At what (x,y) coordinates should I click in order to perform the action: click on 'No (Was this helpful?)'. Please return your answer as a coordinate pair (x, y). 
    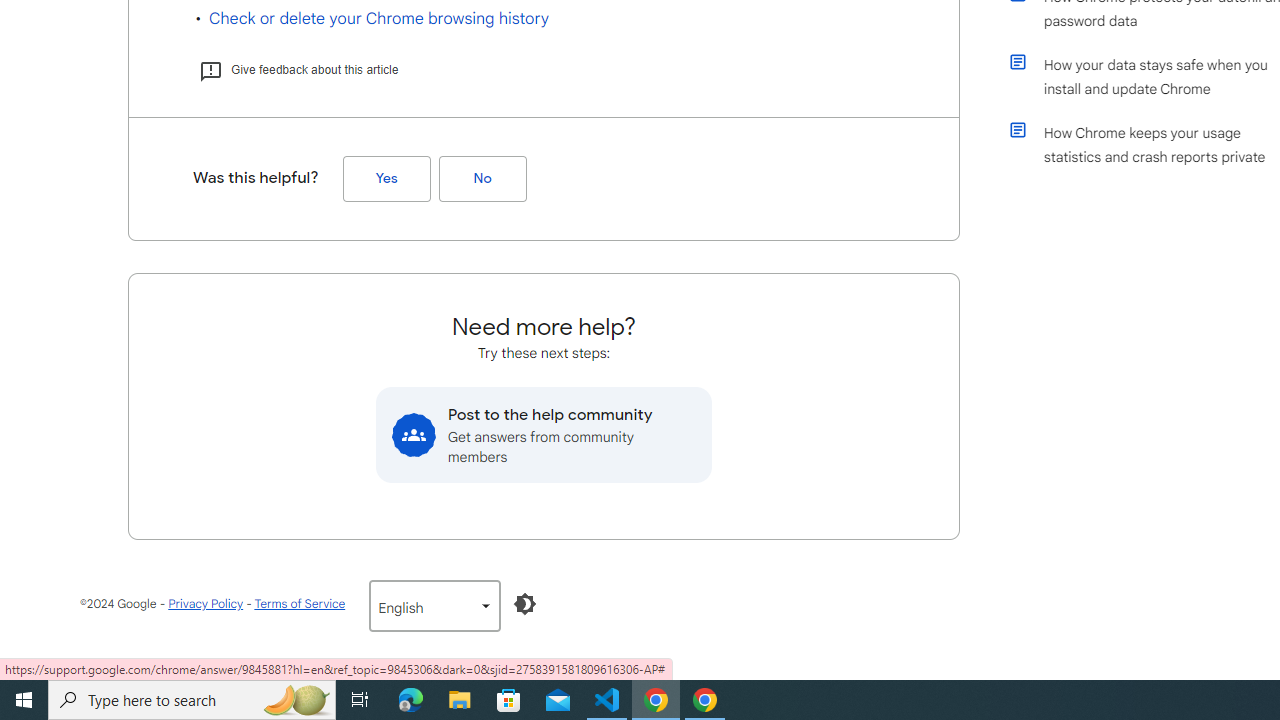
    Looking at the image, I should click on (482, 178).